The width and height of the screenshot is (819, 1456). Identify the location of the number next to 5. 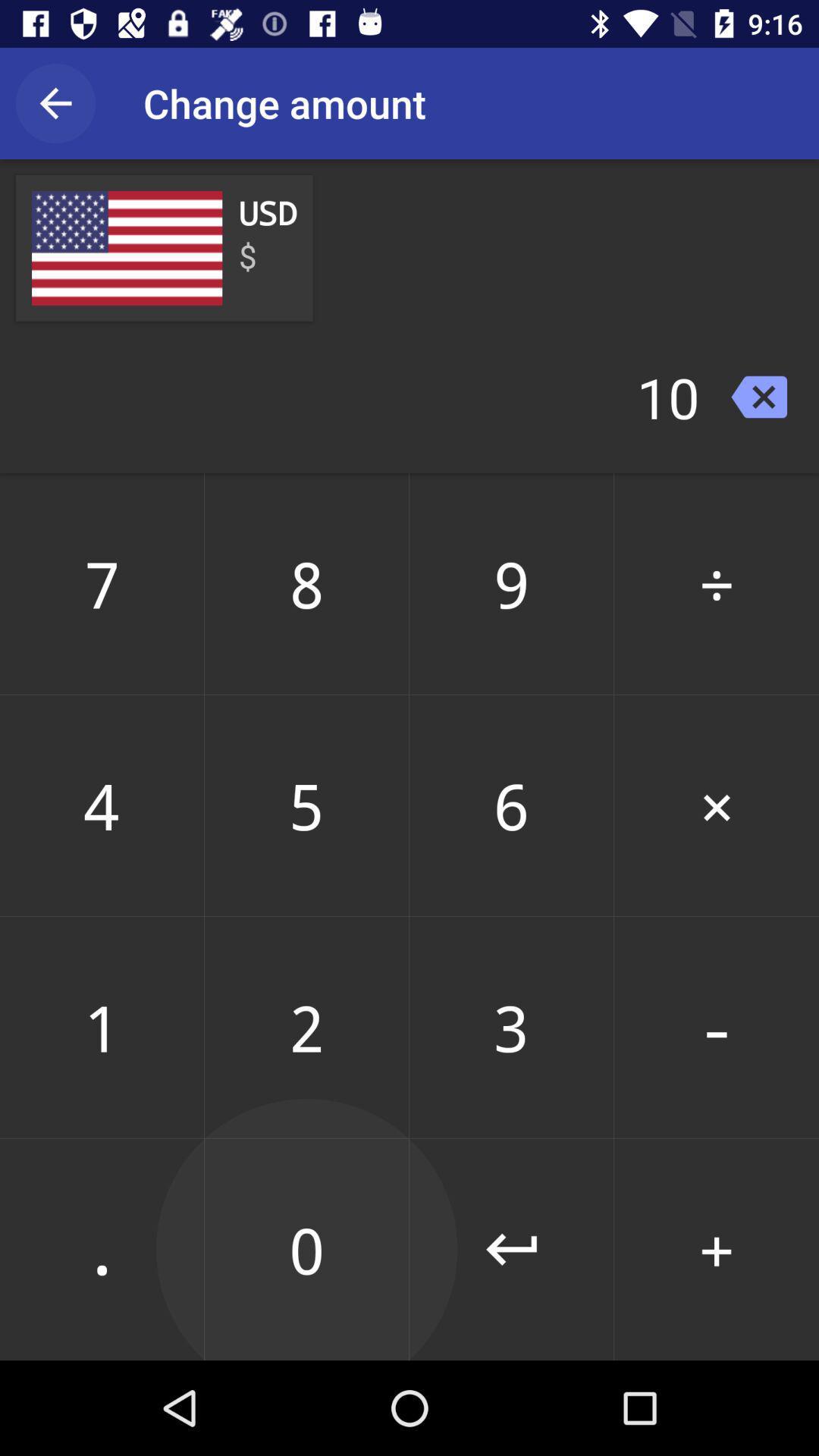
(511, 805).